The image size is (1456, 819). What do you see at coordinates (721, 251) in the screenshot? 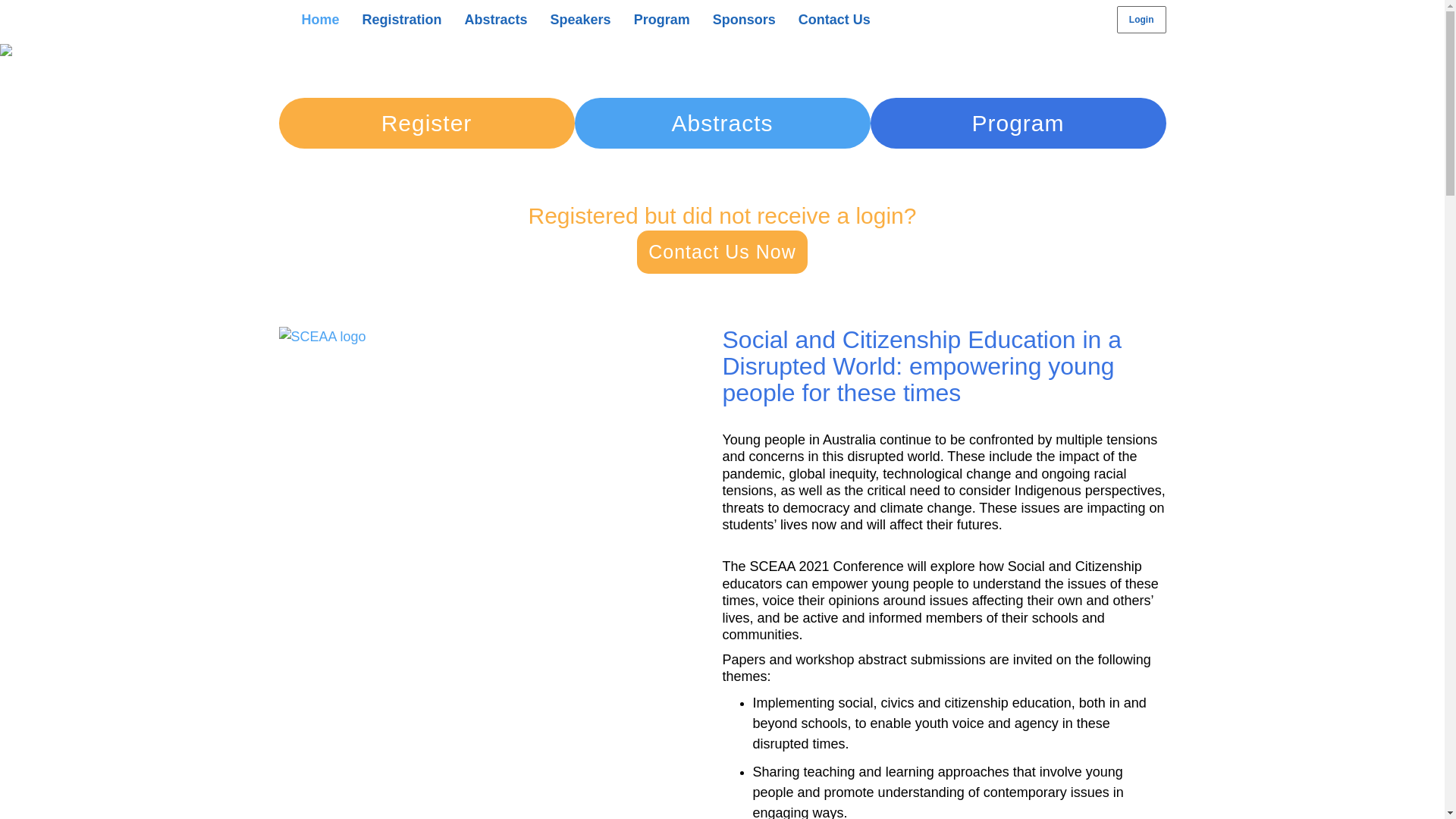
I see `'Contact Us Now'` at bounding box center [721, 251].